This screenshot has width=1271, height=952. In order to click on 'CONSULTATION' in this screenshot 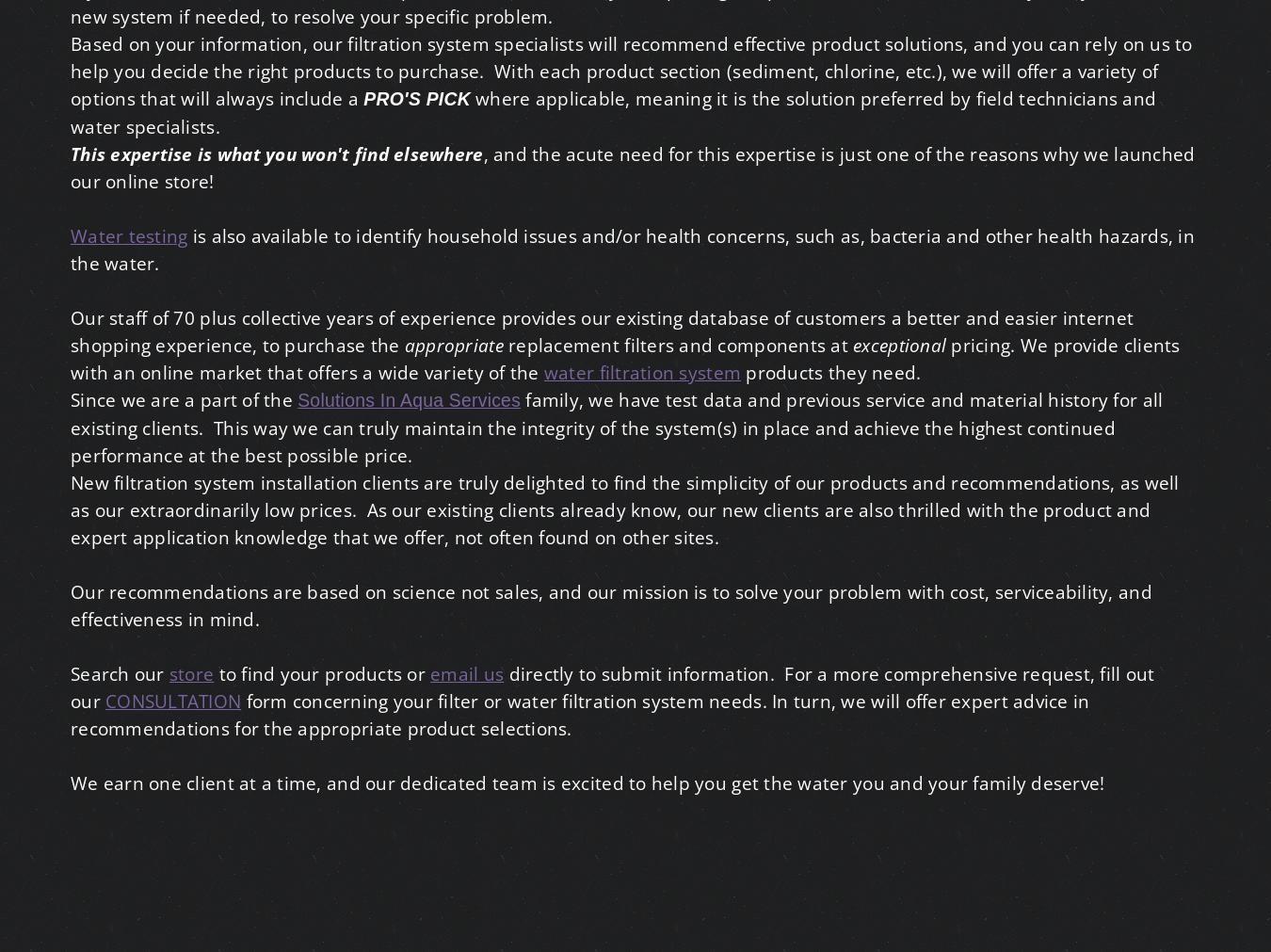, I will do `click(173, 700)`.